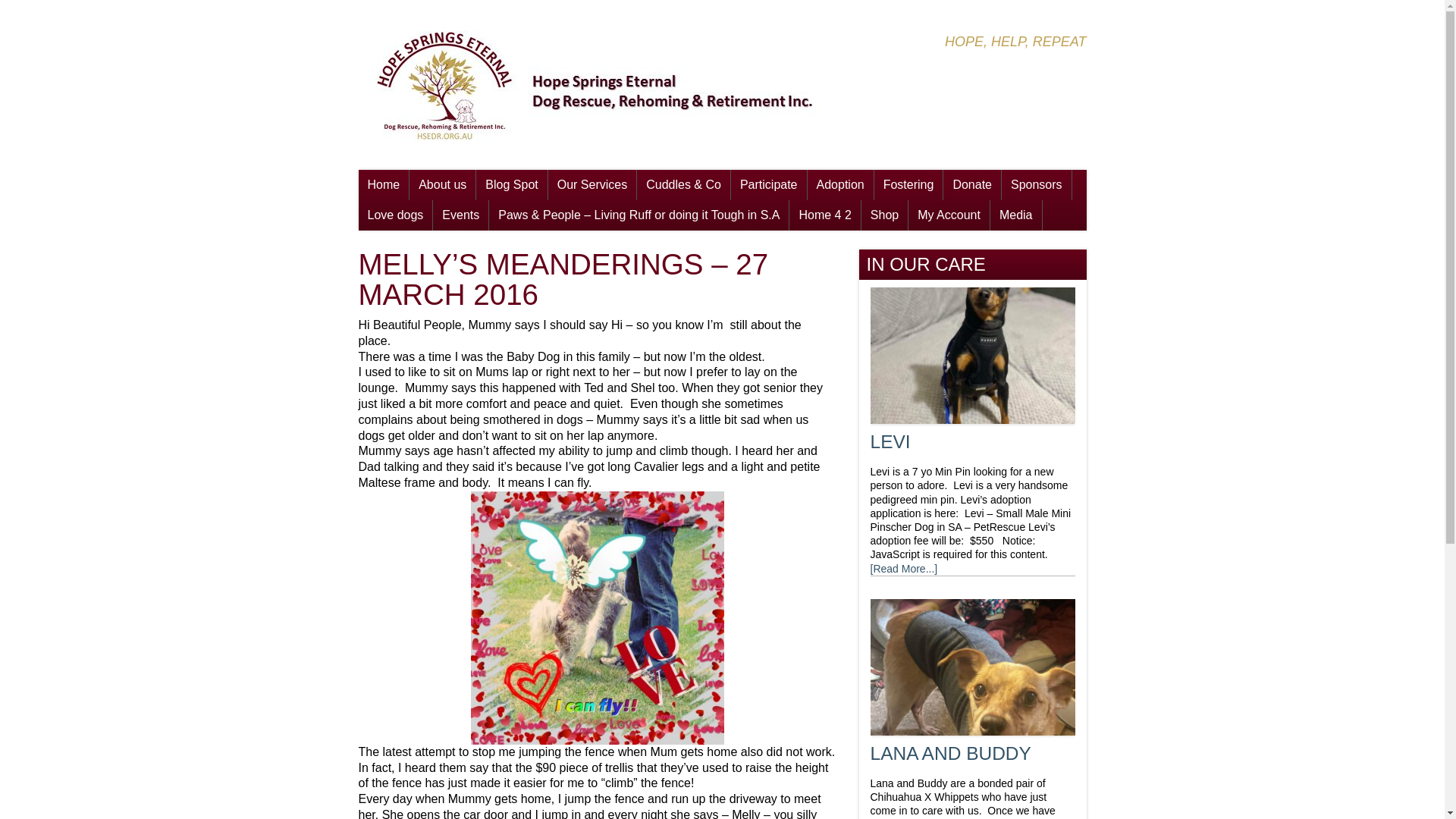 The width and height of the screenshot is (1456, 819). I want to click on 'Shop', so click(861, 215).